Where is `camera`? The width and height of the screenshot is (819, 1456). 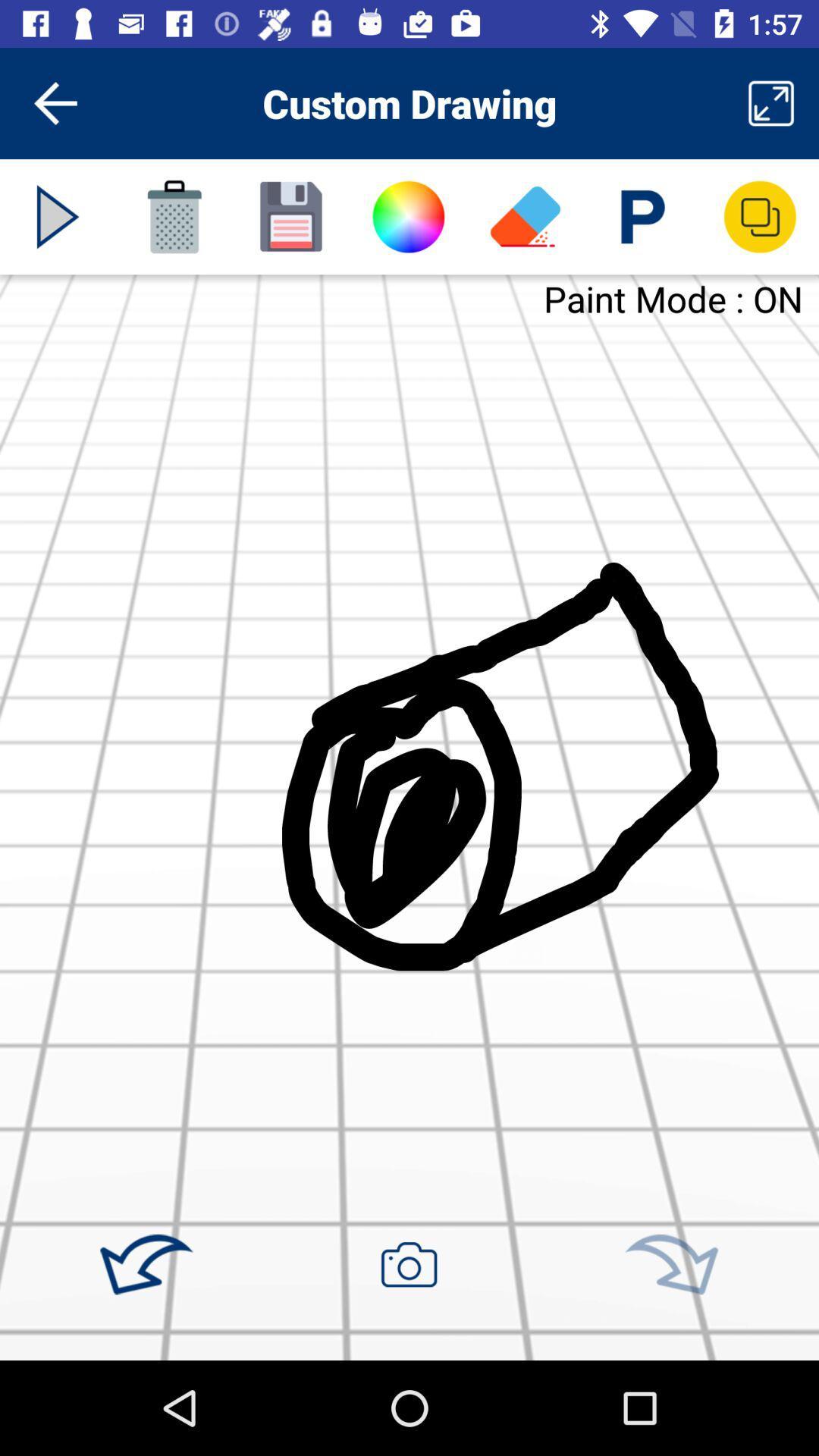
camera is located at coordinates (408, 1264).